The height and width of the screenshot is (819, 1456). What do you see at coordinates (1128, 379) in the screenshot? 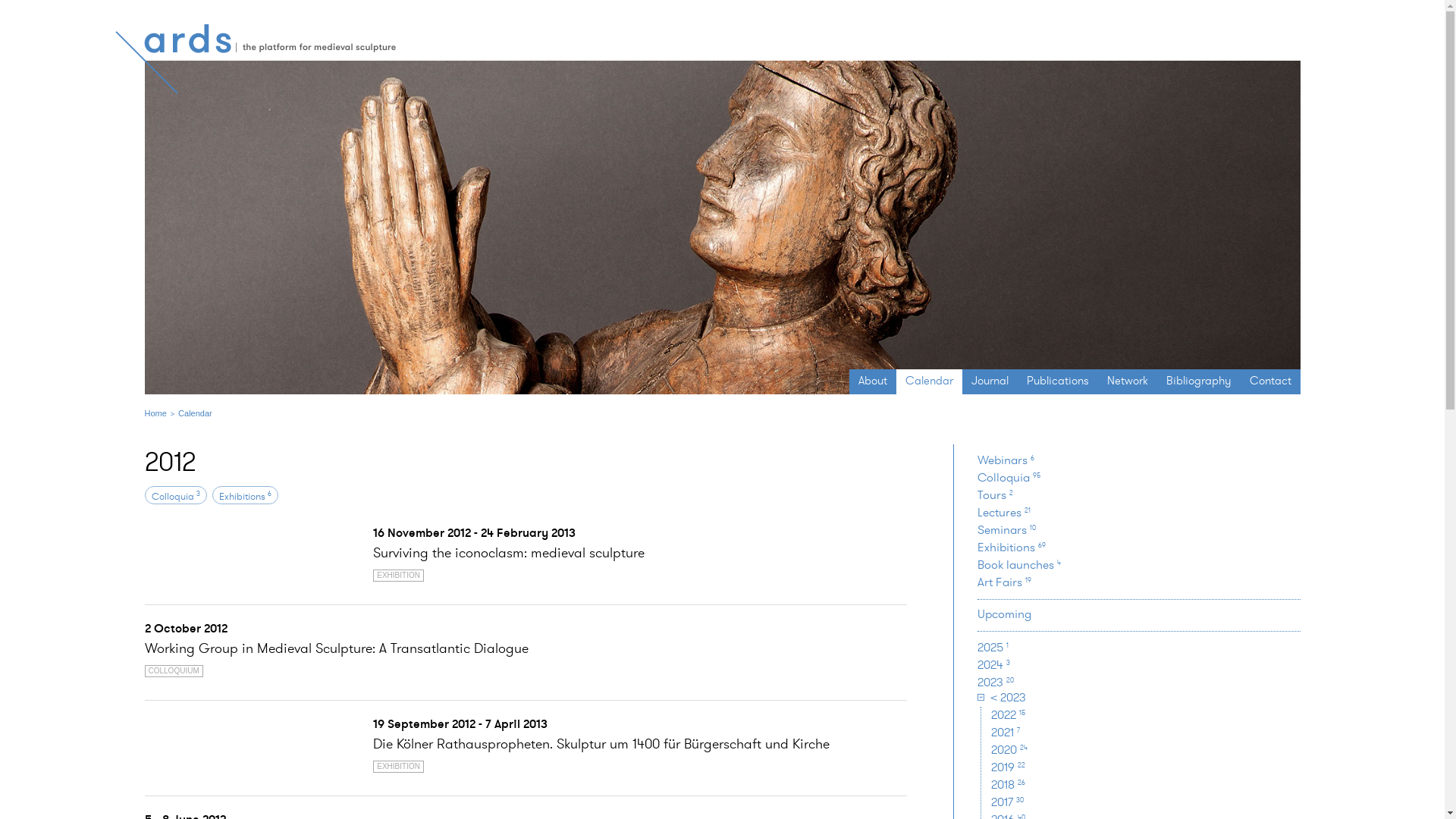
I see `'Network'` at bounding box center [1128, 379].